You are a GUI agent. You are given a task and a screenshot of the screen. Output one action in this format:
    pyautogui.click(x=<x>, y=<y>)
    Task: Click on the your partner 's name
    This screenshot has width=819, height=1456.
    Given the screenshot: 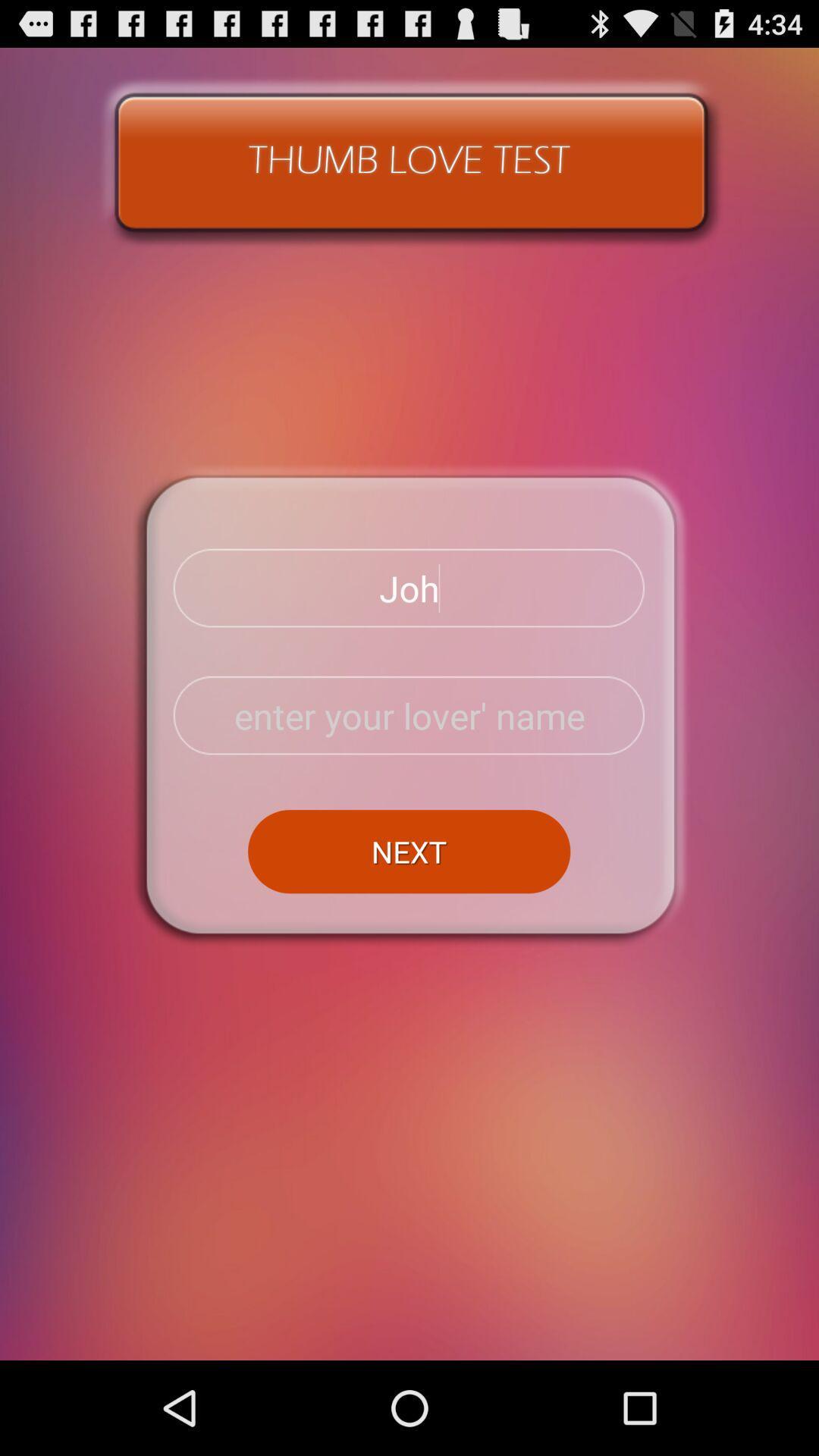 What is the action you would take?
    pyautogui.click(x=409, y=715)
    